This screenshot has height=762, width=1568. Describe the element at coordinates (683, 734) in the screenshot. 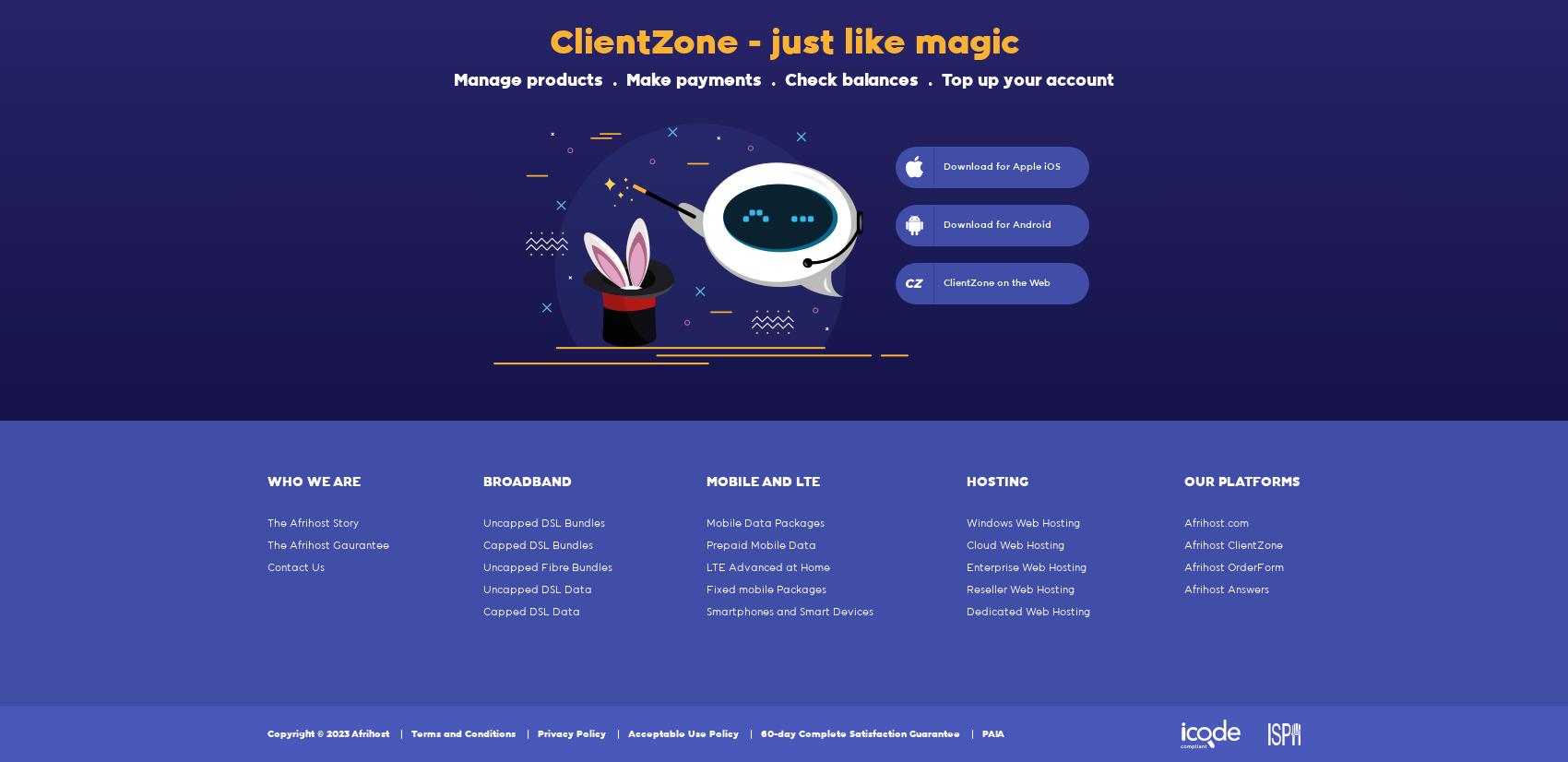

I see `'Acceptable Use Policy'` at that location.